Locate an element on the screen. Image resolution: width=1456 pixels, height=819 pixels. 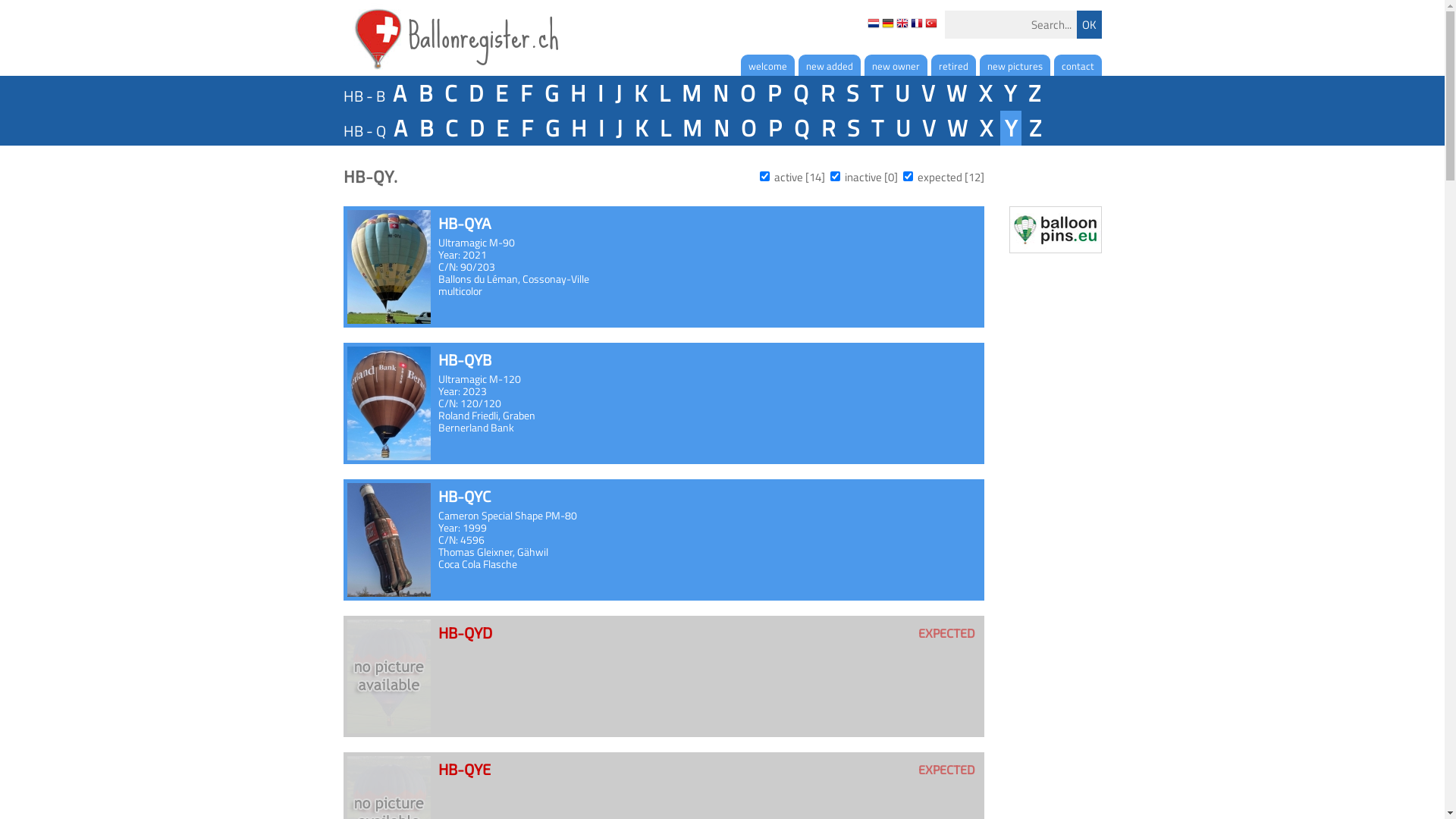
'R' is located at coordinates (826, 93).